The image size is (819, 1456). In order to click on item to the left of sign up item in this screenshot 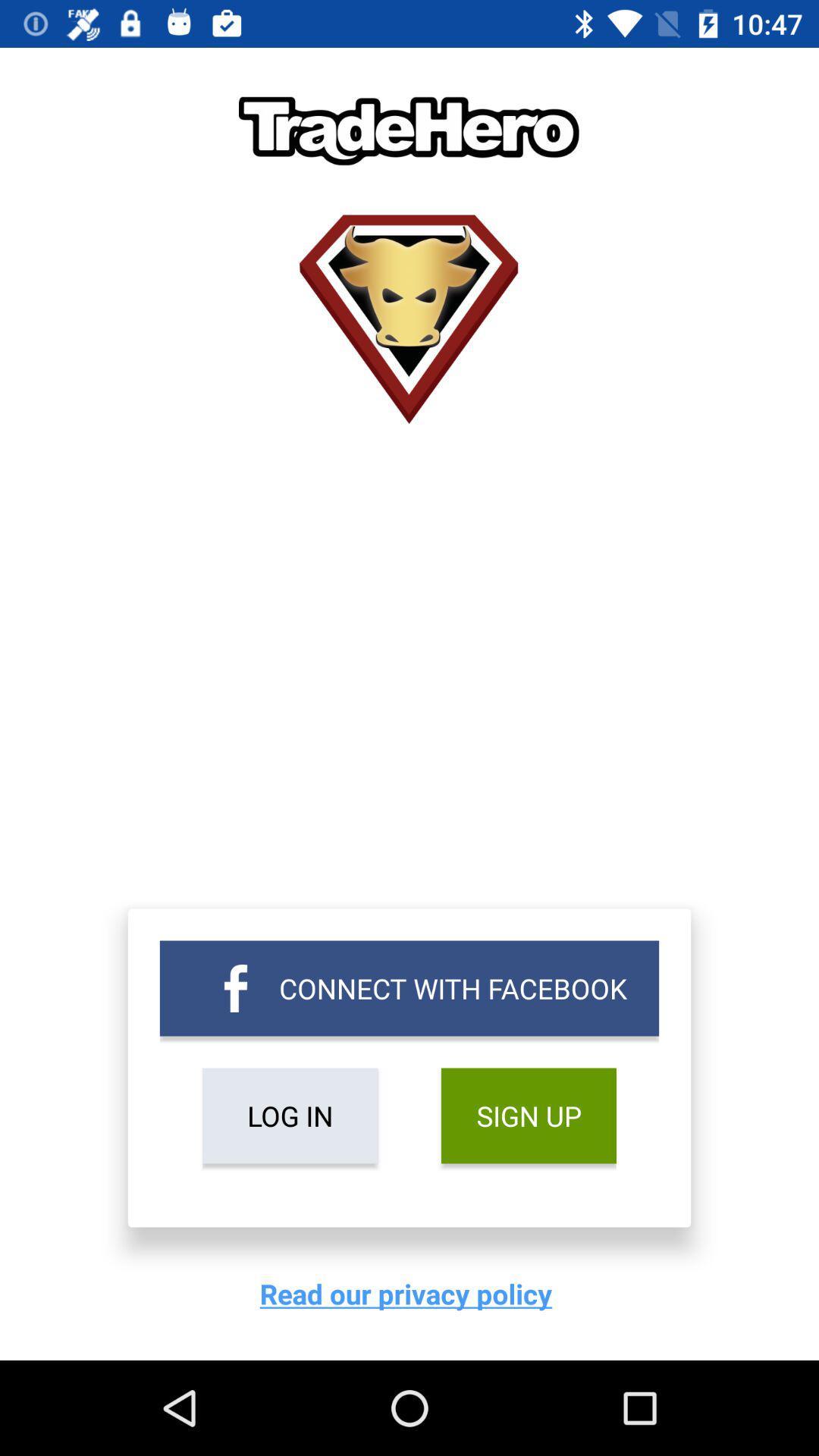, I will do `click(290, 1116)`.